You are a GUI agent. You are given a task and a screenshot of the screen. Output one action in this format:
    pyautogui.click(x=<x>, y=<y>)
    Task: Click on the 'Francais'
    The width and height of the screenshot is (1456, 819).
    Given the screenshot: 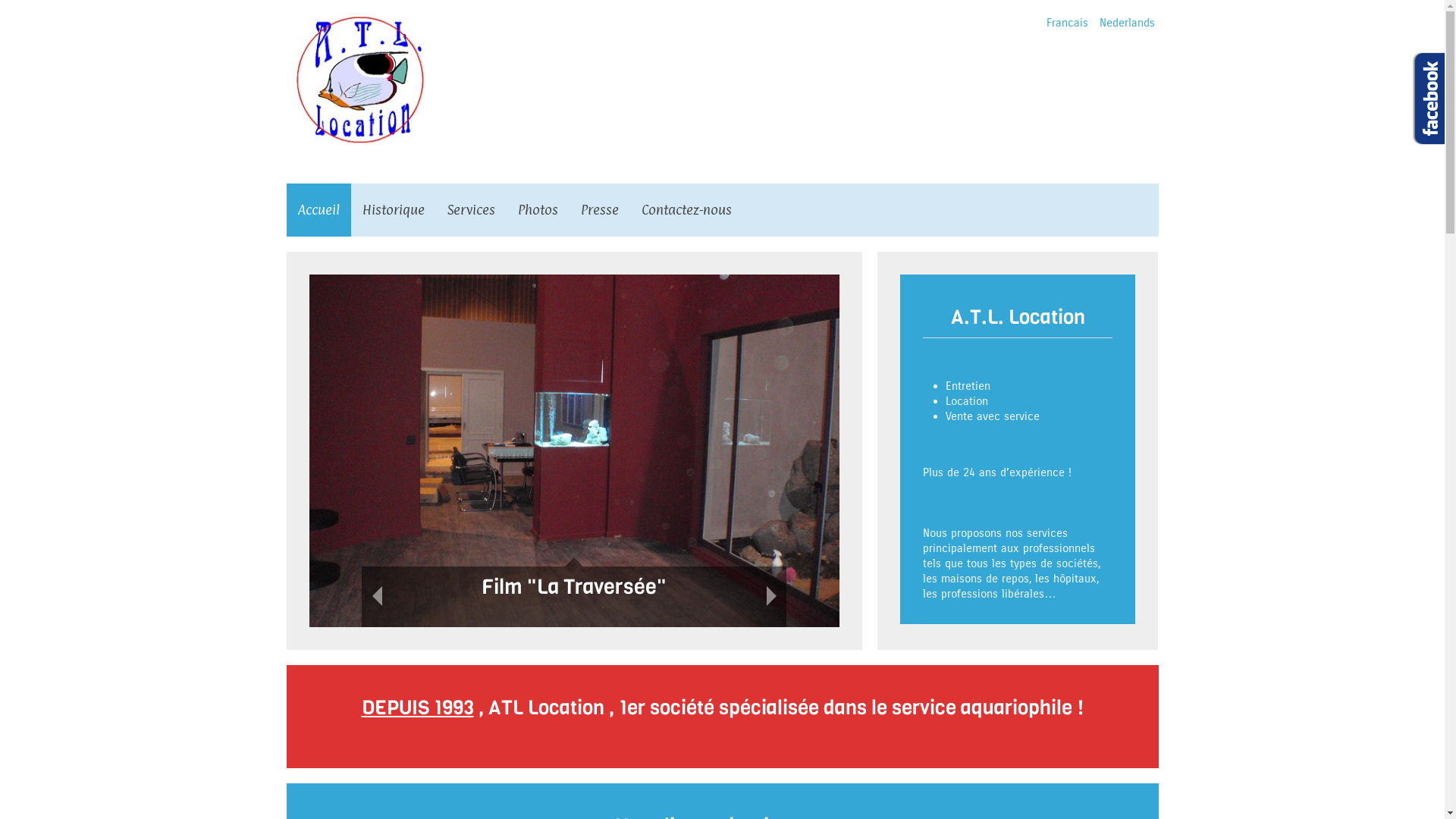 What is the action you would take?
    pyautogui.click(x=1046, y=23)
    